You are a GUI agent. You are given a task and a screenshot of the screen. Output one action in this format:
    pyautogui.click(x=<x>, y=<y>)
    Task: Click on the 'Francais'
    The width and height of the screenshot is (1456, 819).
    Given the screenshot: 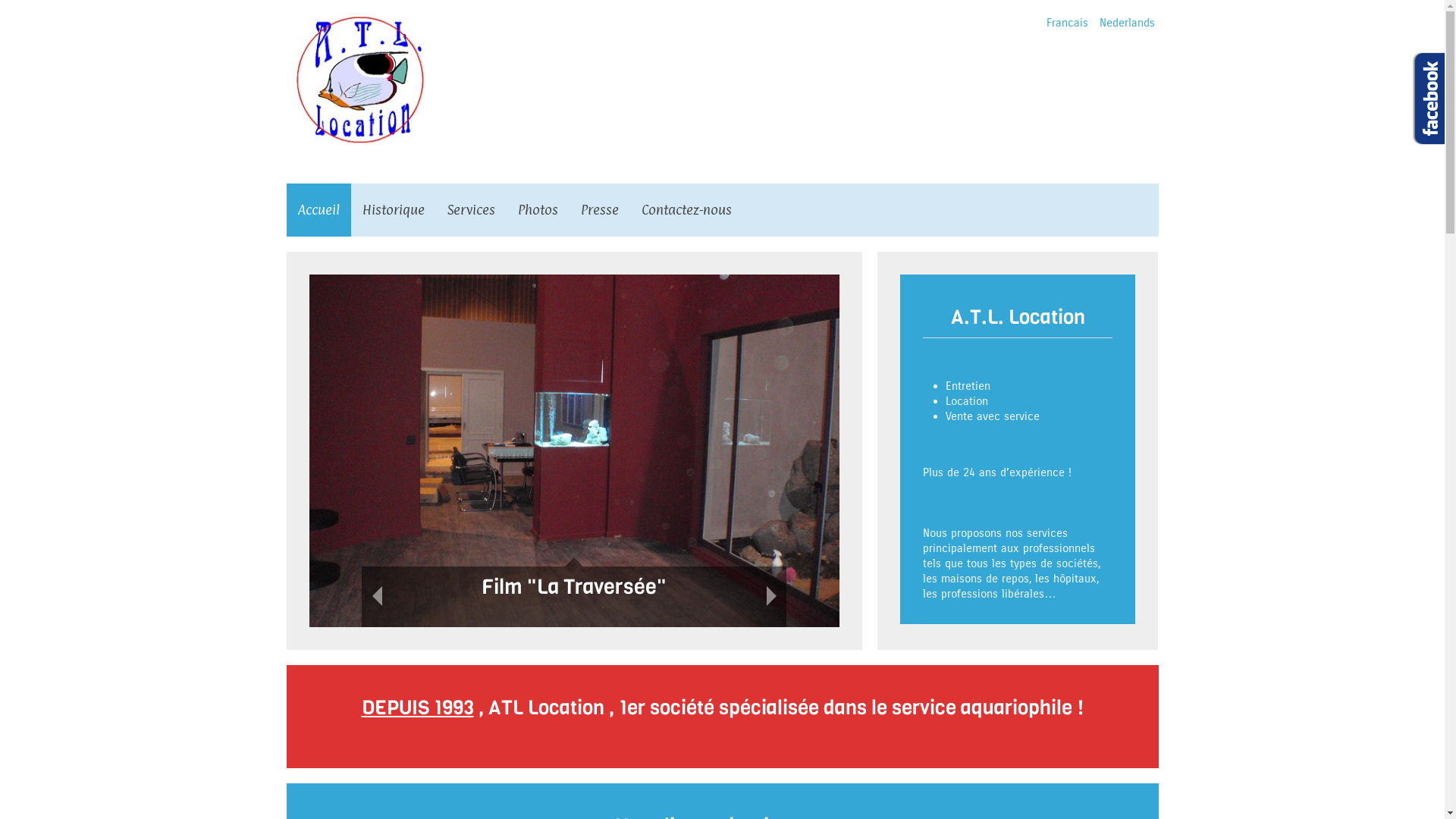 What is the action you would take?
    pyautogui.click(x=1046, y=23)
    